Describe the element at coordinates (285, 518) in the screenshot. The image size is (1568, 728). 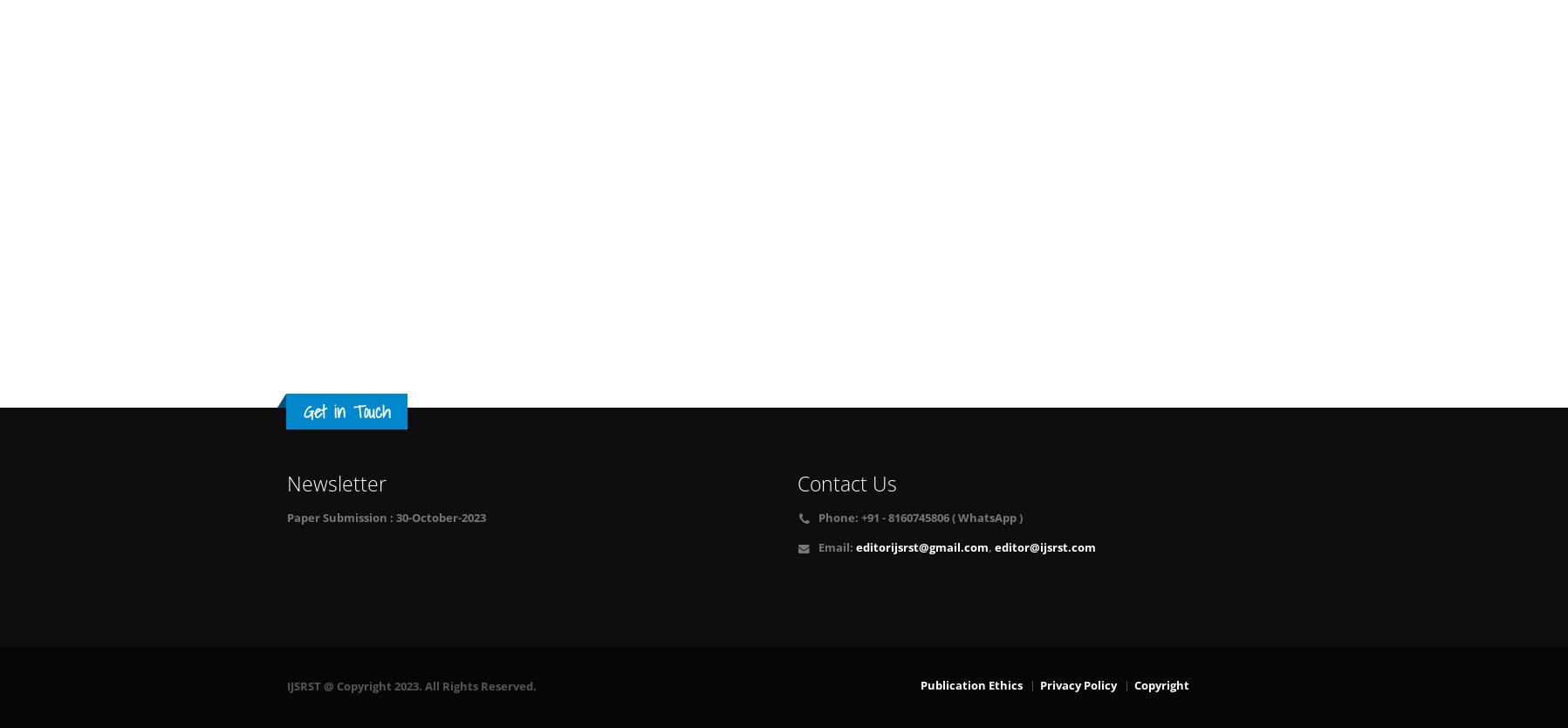
I see `'Paper Submission :
            30-October-2023'` at that location.